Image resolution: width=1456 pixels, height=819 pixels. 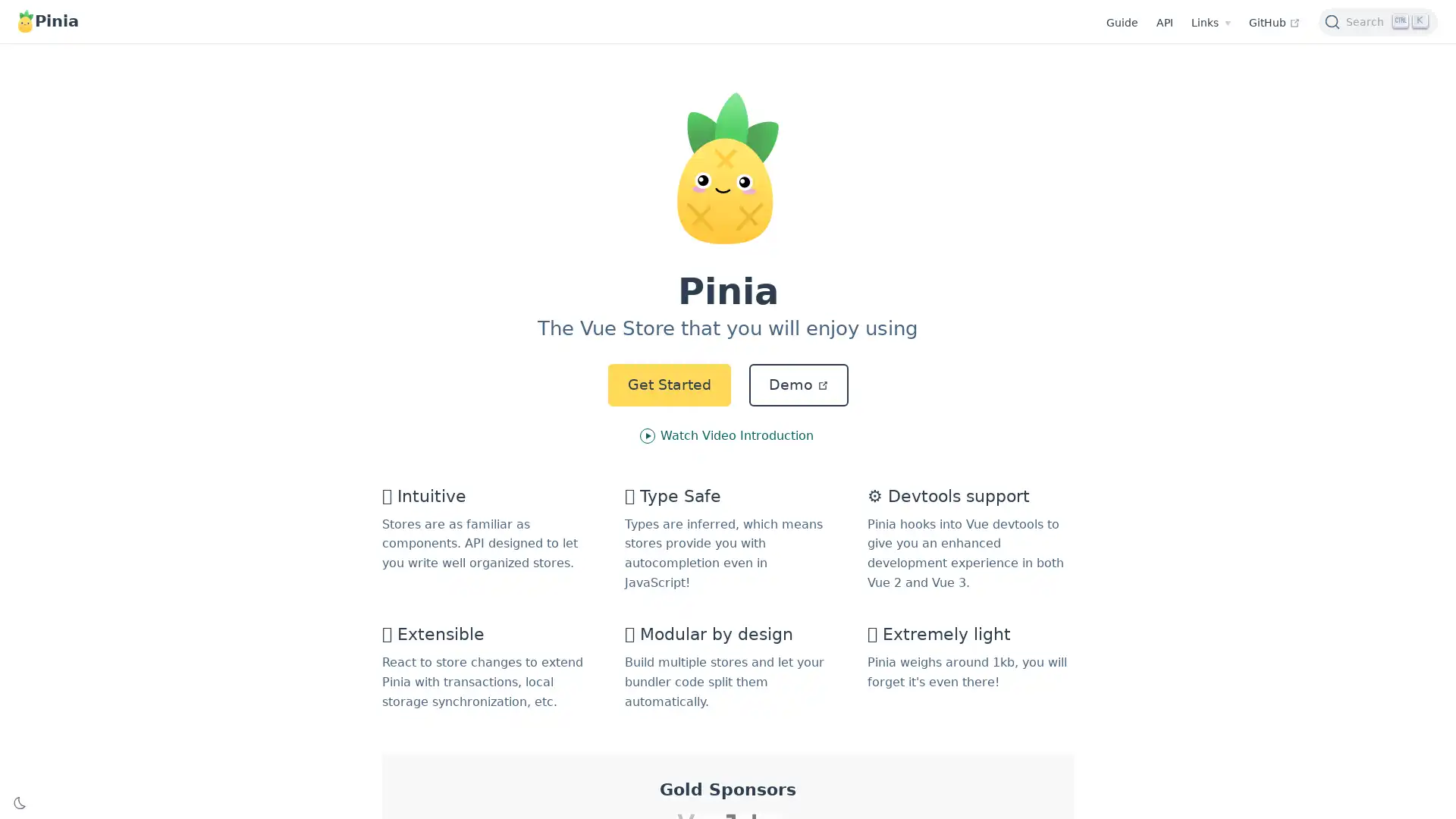 I want to click on Switch to dark mode, so click(x=19, y=802).